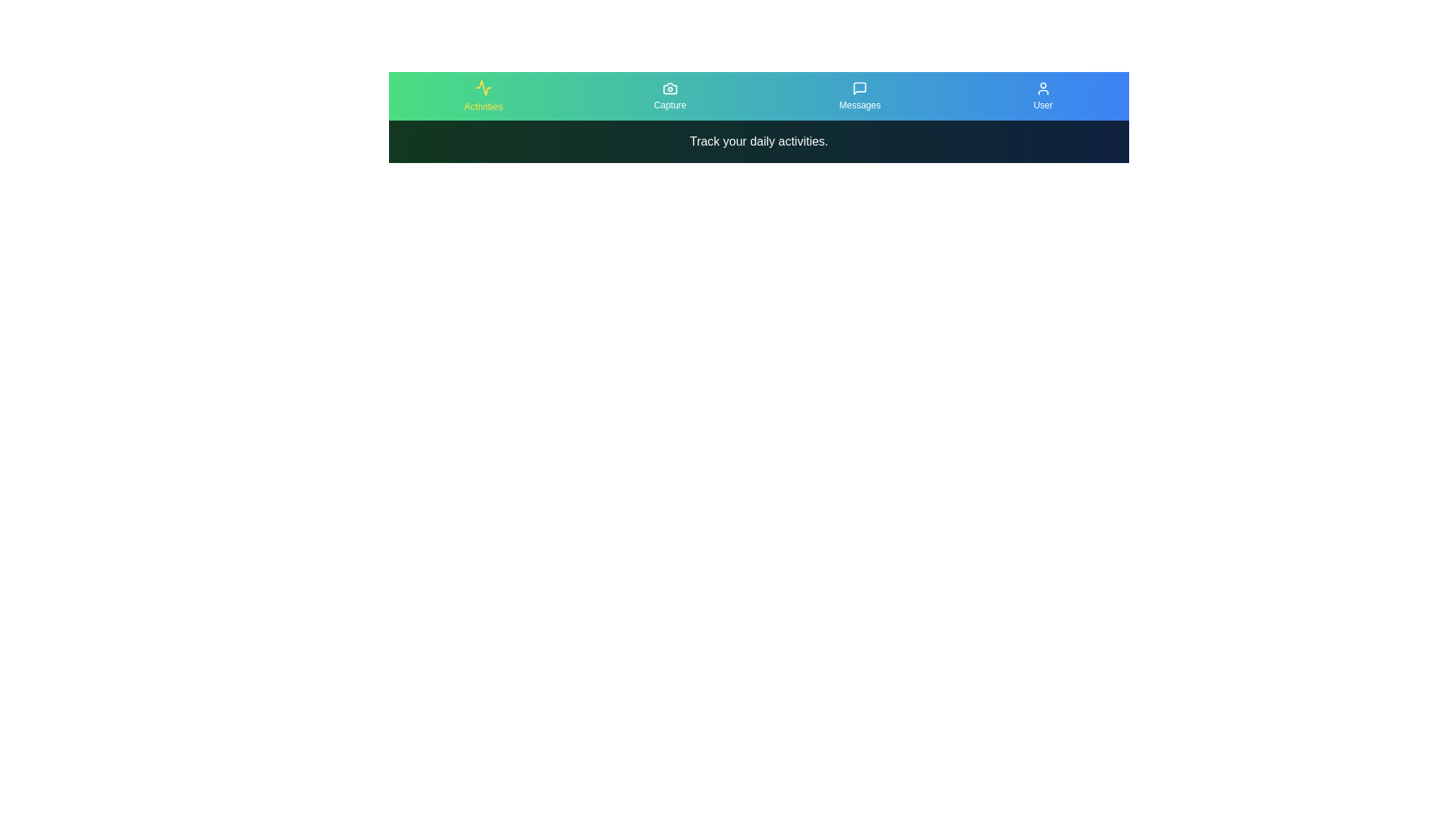  What do you see at coordinates (482, 96) in the screenshot?
I see `the tab labeled Activities to activate it` at bounding box center [482, 96].